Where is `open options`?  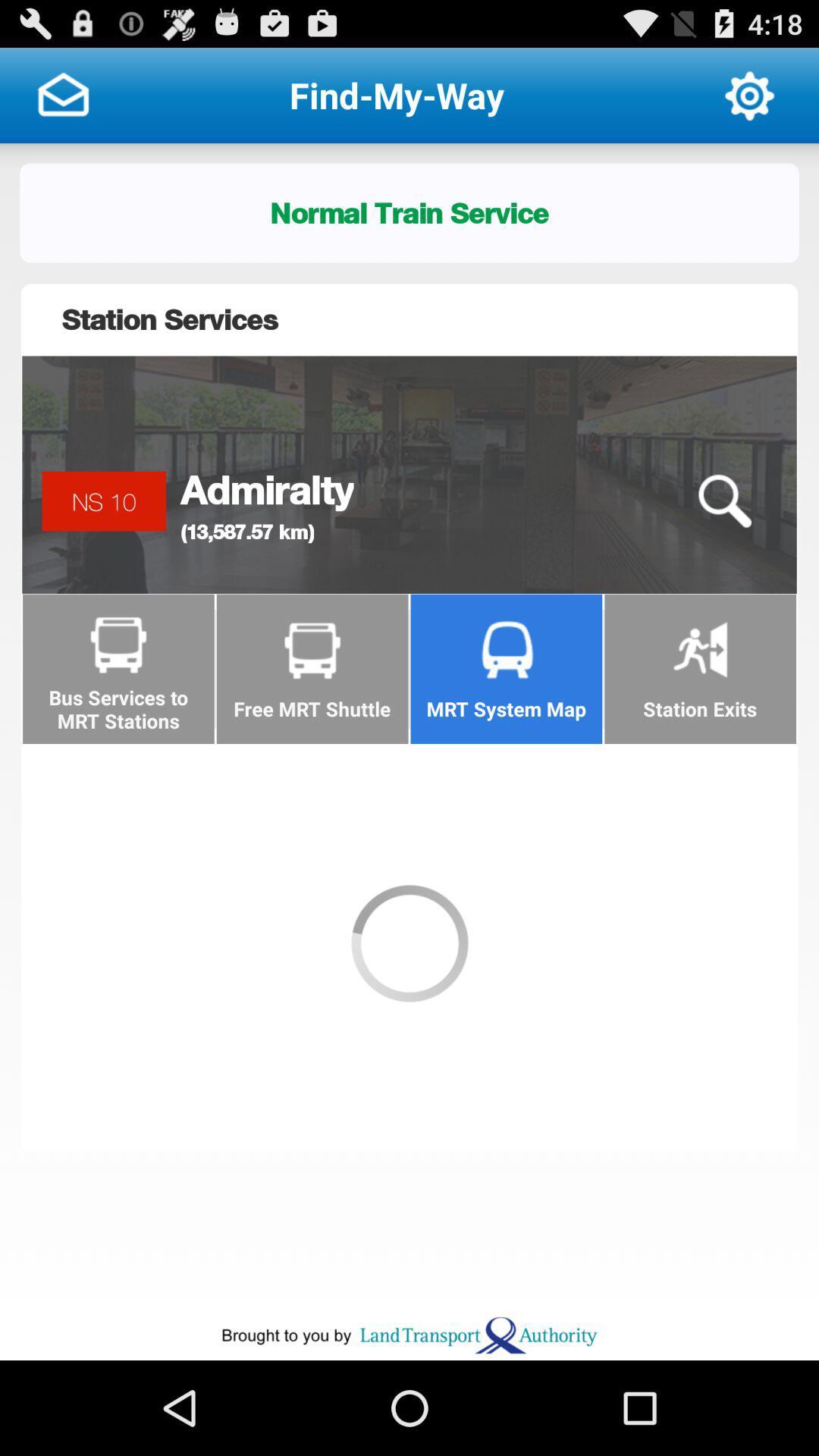 open options is located at coordinates (748, 94).